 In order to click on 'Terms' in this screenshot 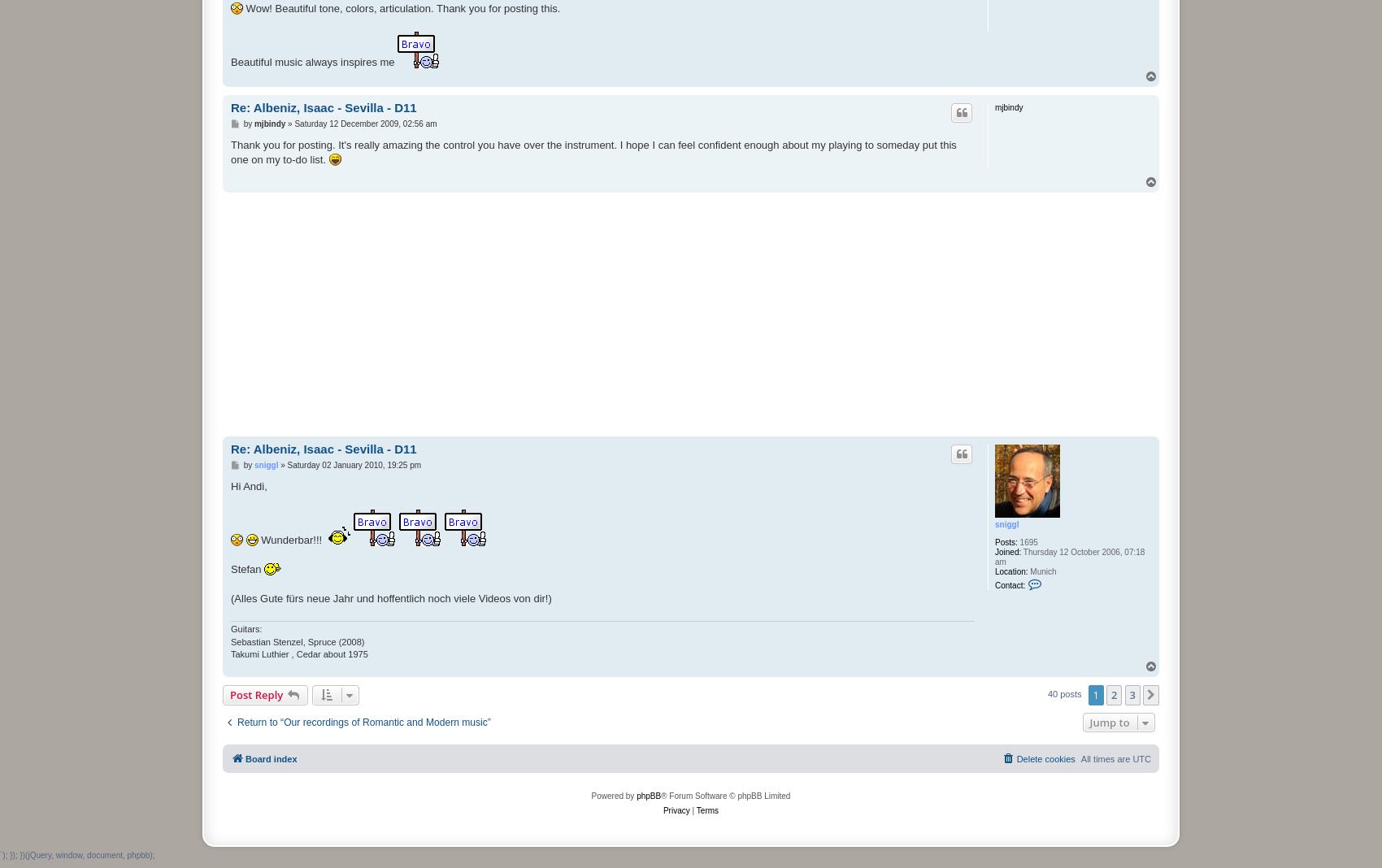, I will do `click(707, 809)`.